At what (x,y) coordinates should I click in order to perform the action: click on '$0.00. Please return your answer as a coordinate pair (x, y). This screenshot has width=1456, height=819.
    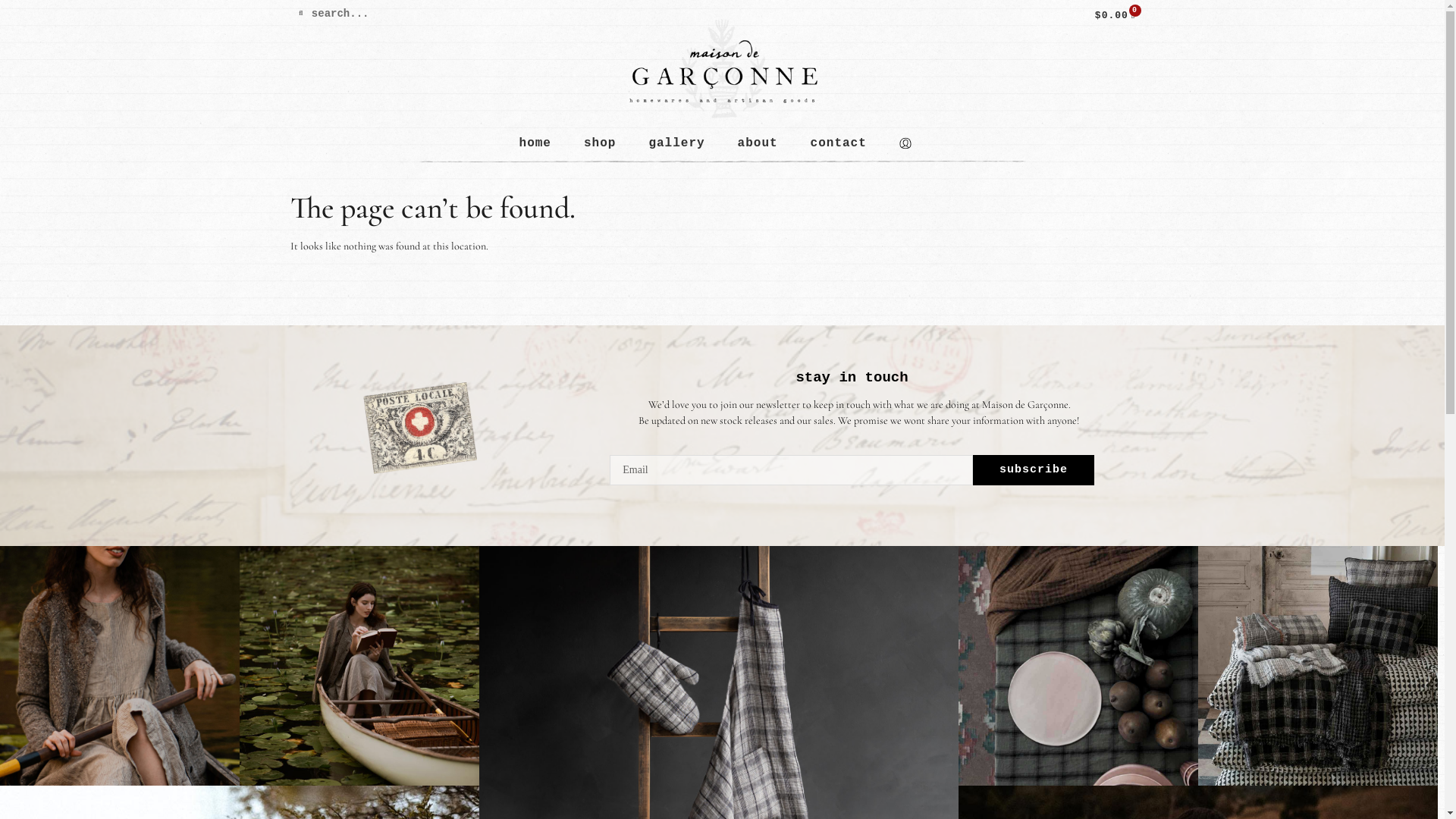
    Looking at the image, I should click on (1115, 14).